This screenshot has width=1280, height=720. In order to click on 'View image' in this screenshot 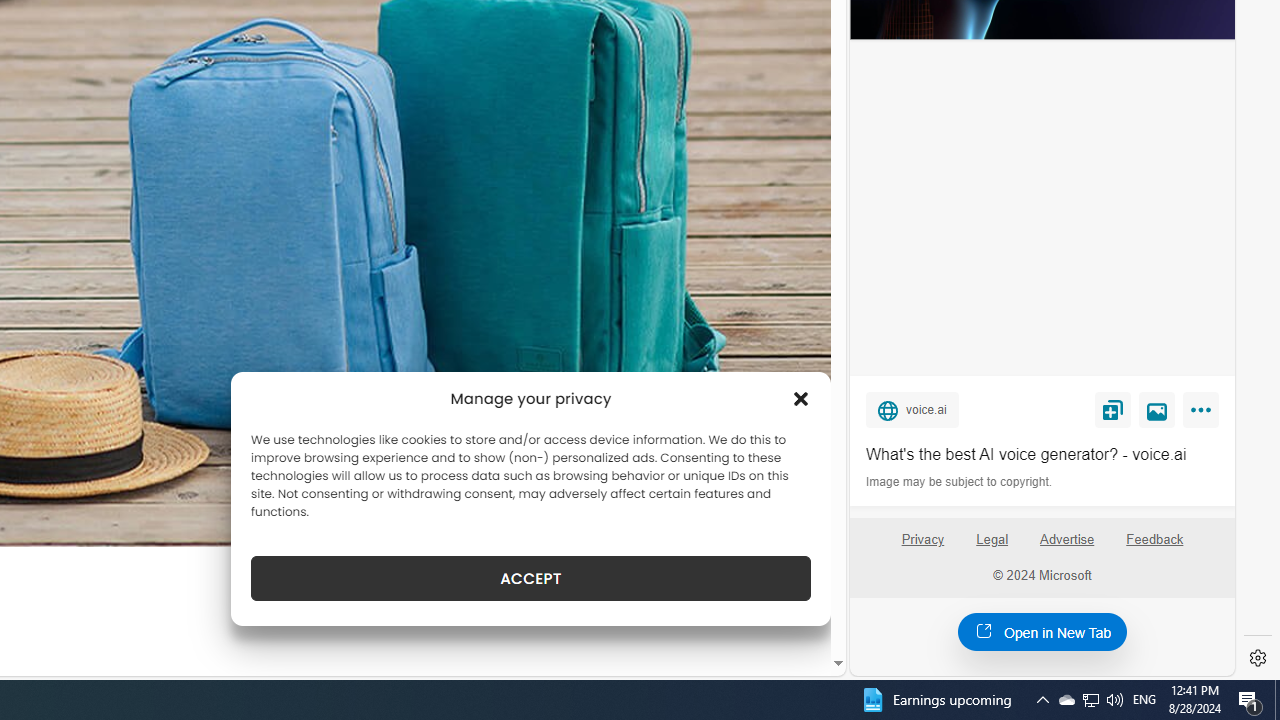, I will do `click(1157, 408)`.